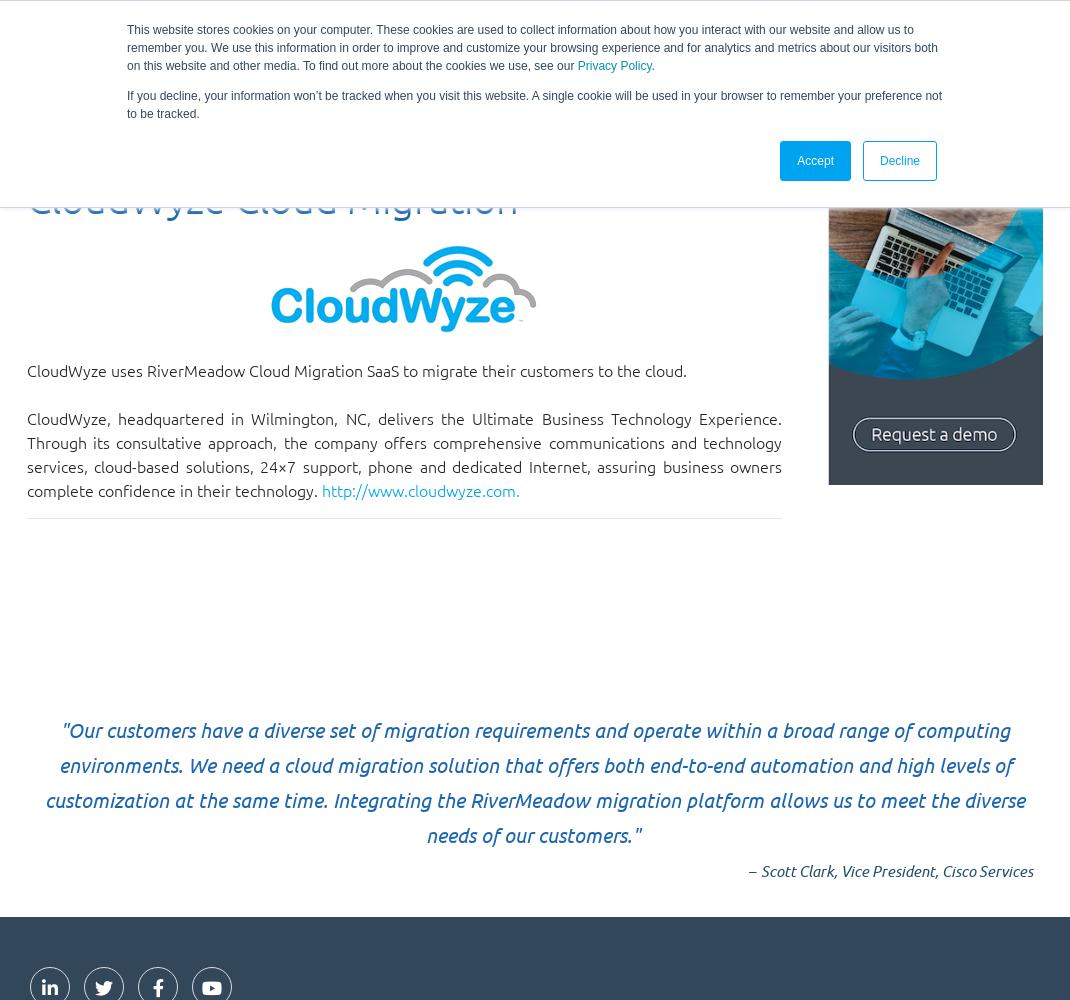 The width and height of the screenshot is (1070, 1000). Describe the element at coordinates (535, 782) in the screenshot. I see `'"Our customers have a diverse set of migration requirements and operate within a broad range of computing environments. We need a cloud migration solution that offers both end-to-end automation and high levels of customization at the same time. Integrating the RiverMeadow migration platform allows us to meet the diverse needs of our customers."'` at that location.